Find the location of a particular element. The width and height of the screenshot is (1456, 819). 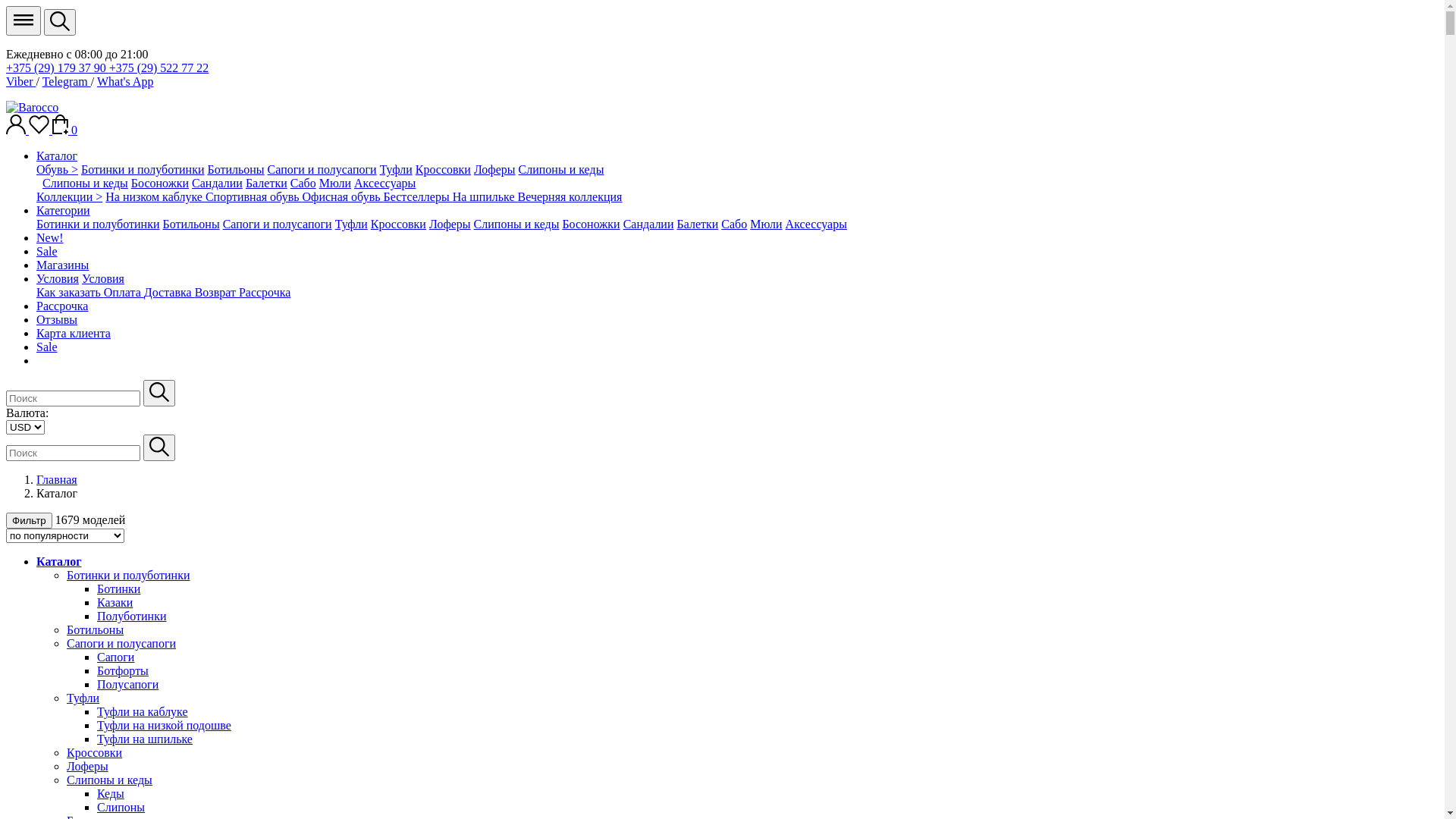

'Viber' is located at coordinates (20, 81).